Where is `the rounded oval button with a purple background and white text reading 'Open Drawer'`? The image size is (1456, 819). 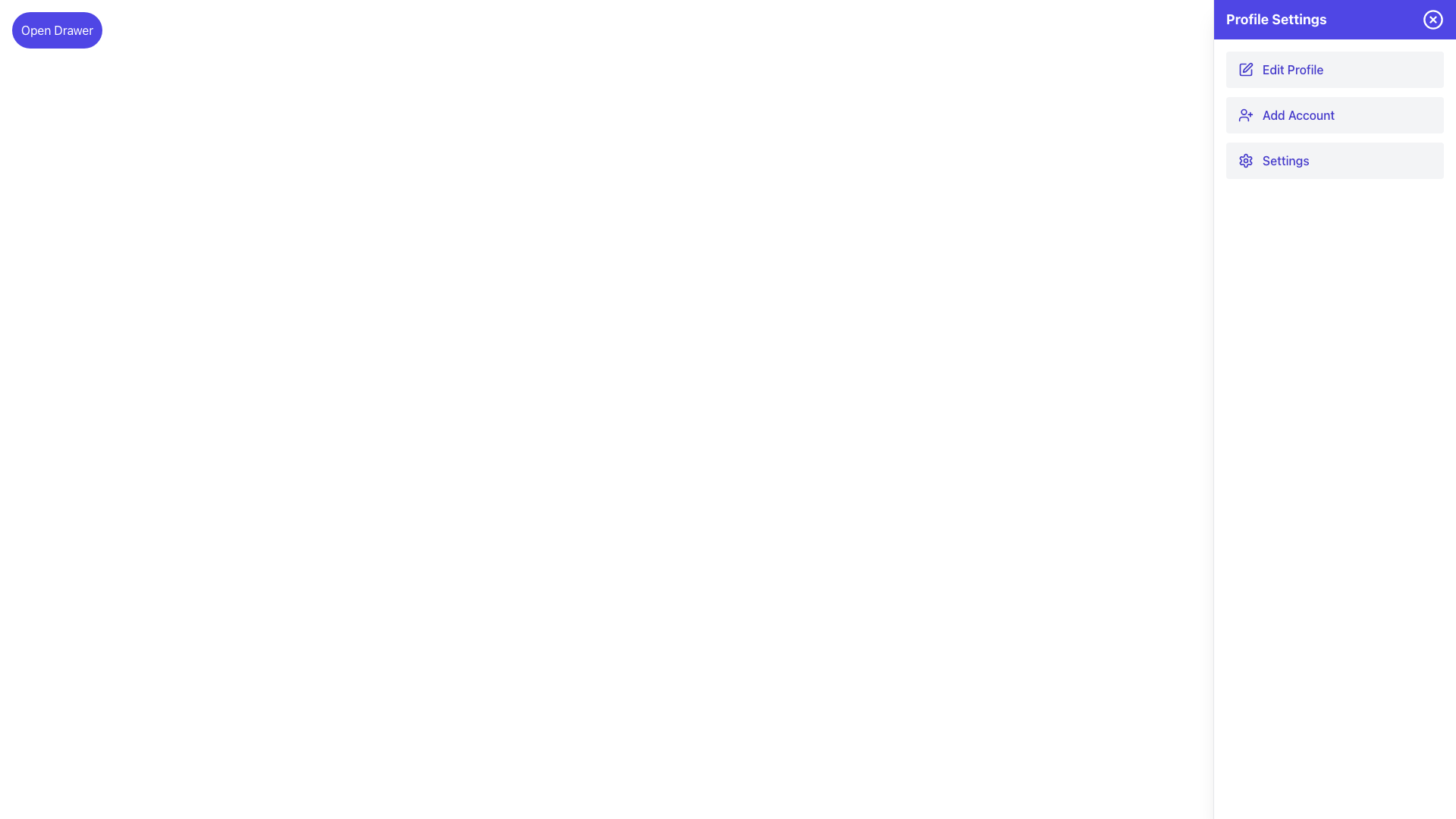 the rounded oval button with a purple background and white text reading 'Open Drawer' is located at coordinates (57, 30).